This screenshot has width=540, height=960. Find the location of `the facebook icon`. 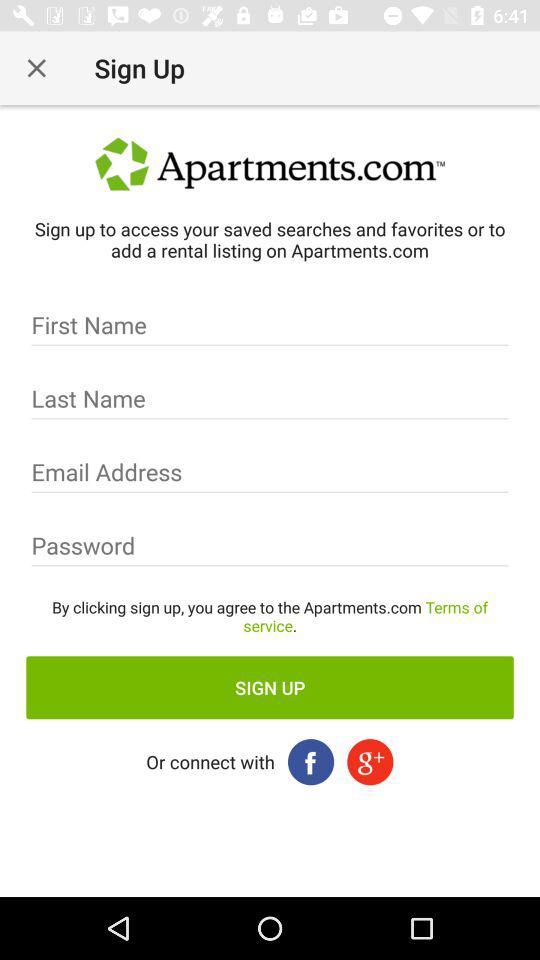

the facebook icon is located at coordinates (311, 761).